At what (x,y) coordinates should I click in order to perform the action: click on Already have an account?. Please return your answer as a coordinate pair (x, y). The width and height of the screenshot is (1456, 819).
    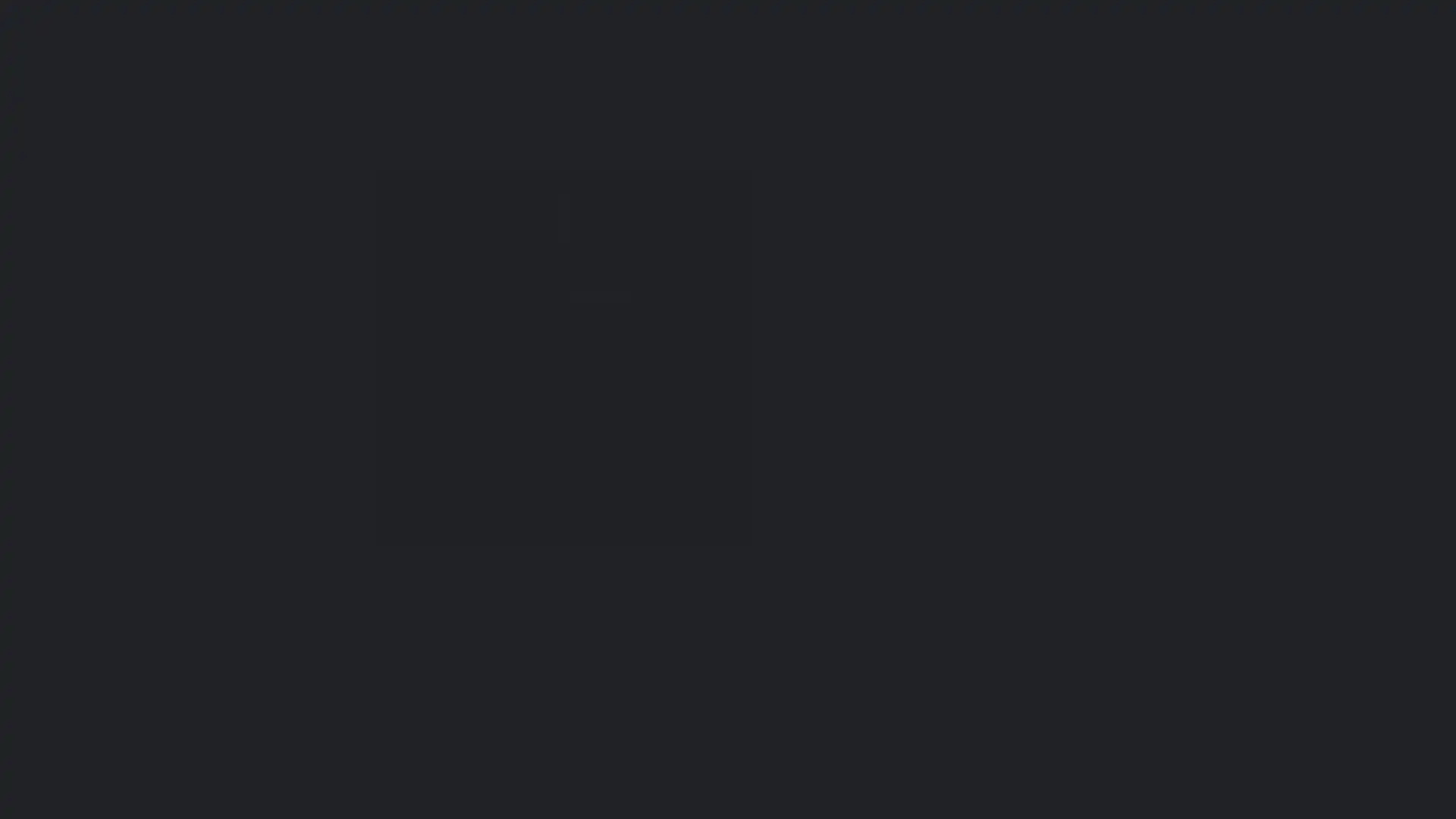
    Looking at the image, I should click on (460, 528).